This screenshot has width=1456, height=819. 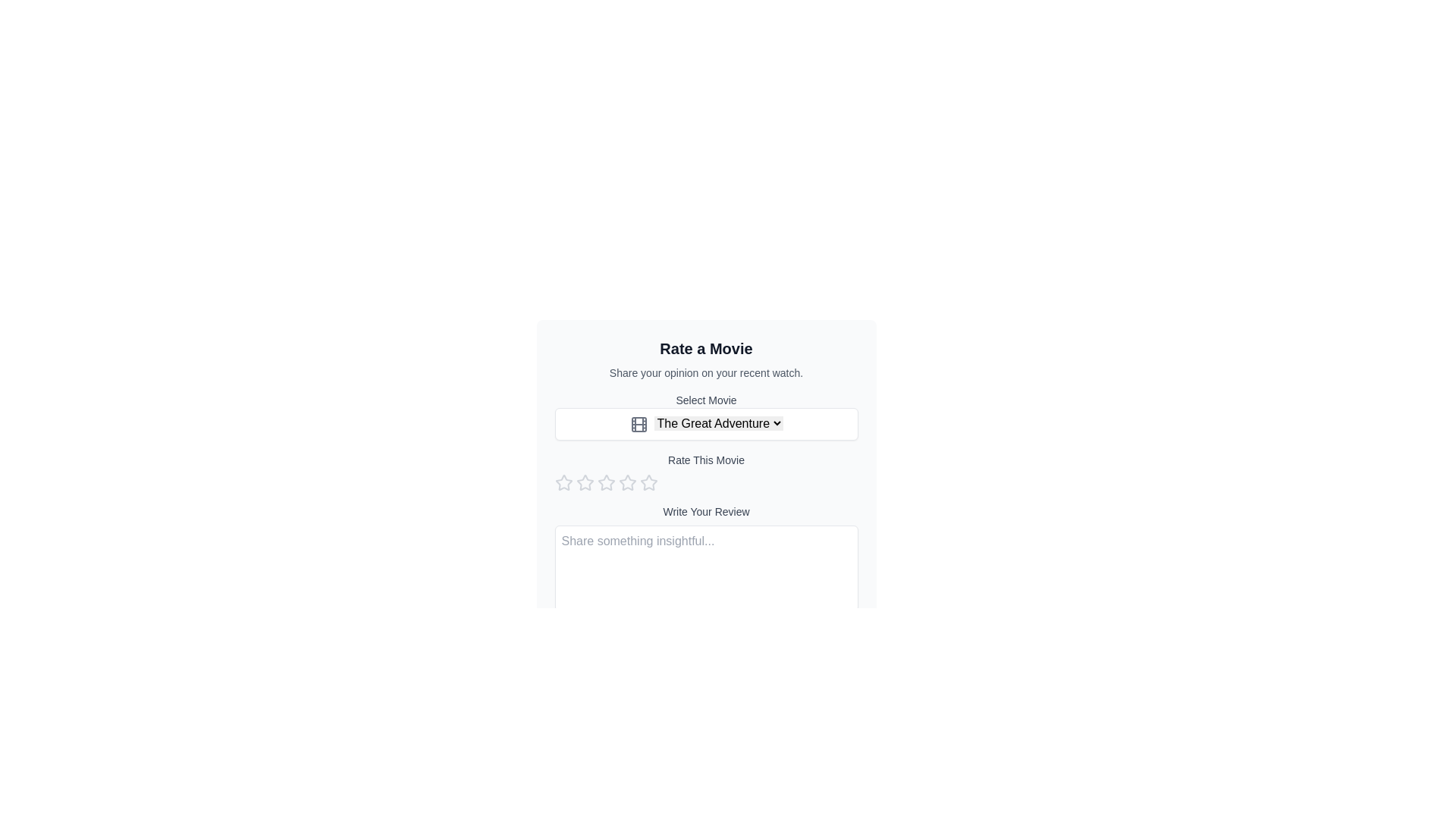 What do you see at coordinates (717, 423) in the screenshot?
I see `the dropdown menu displaying the movie title 'The Great Adventure'` at bounding box center [717, 423].